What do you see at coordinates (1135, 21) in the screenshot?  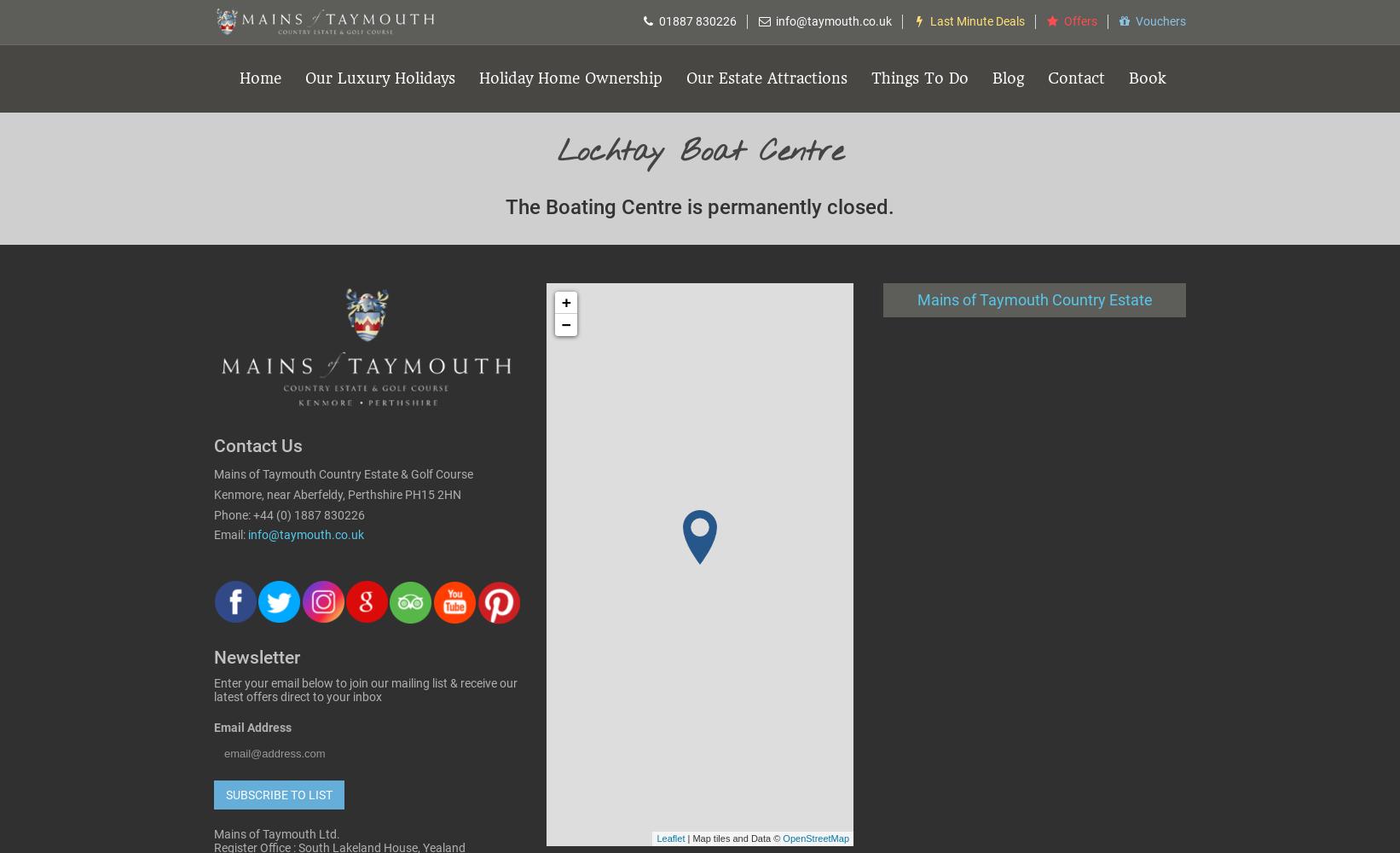 I see `'Vouchers'` at bounding box center [1135, 21].